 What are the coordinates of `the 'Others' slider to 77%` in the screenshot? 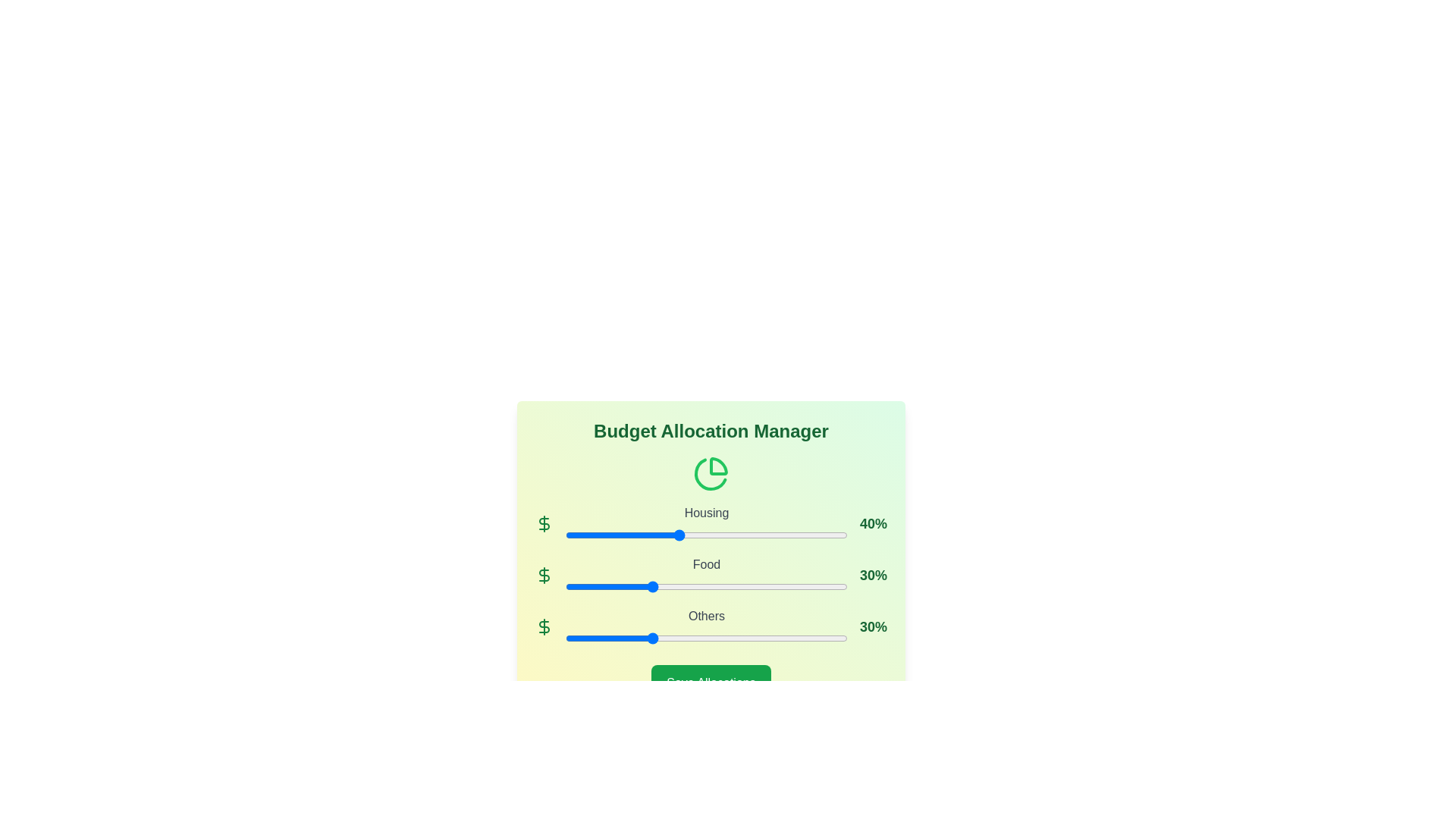 It's located at (783, 638).